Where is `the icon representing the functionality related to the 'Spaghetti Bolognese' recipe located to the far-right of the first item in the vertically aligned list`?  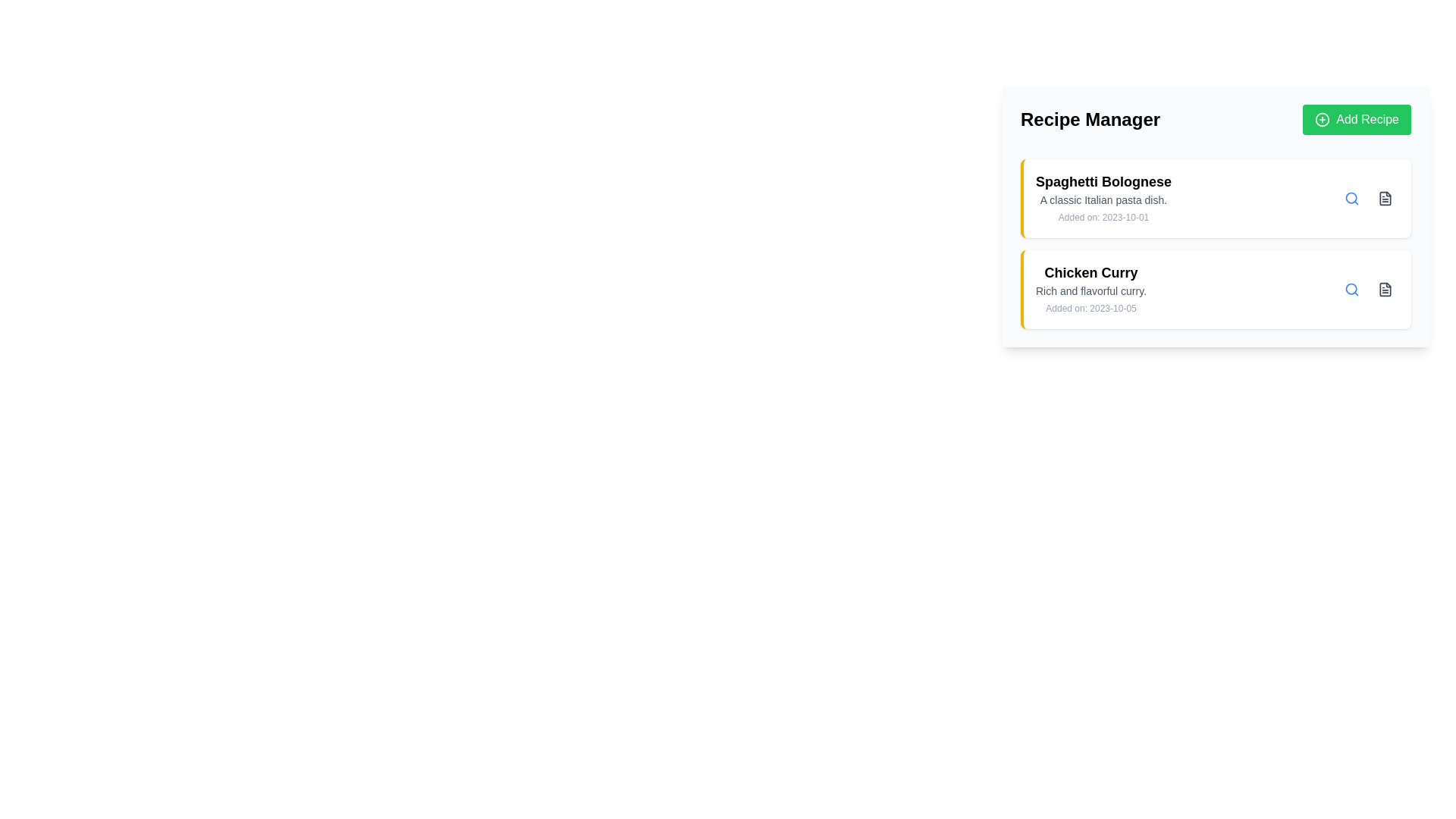 the icon representing the functionality related to the 'Spaghetti Bolognese' recipe located to the far-right of the first item in the vertically aligned list is located at coordinates (1385, 198).